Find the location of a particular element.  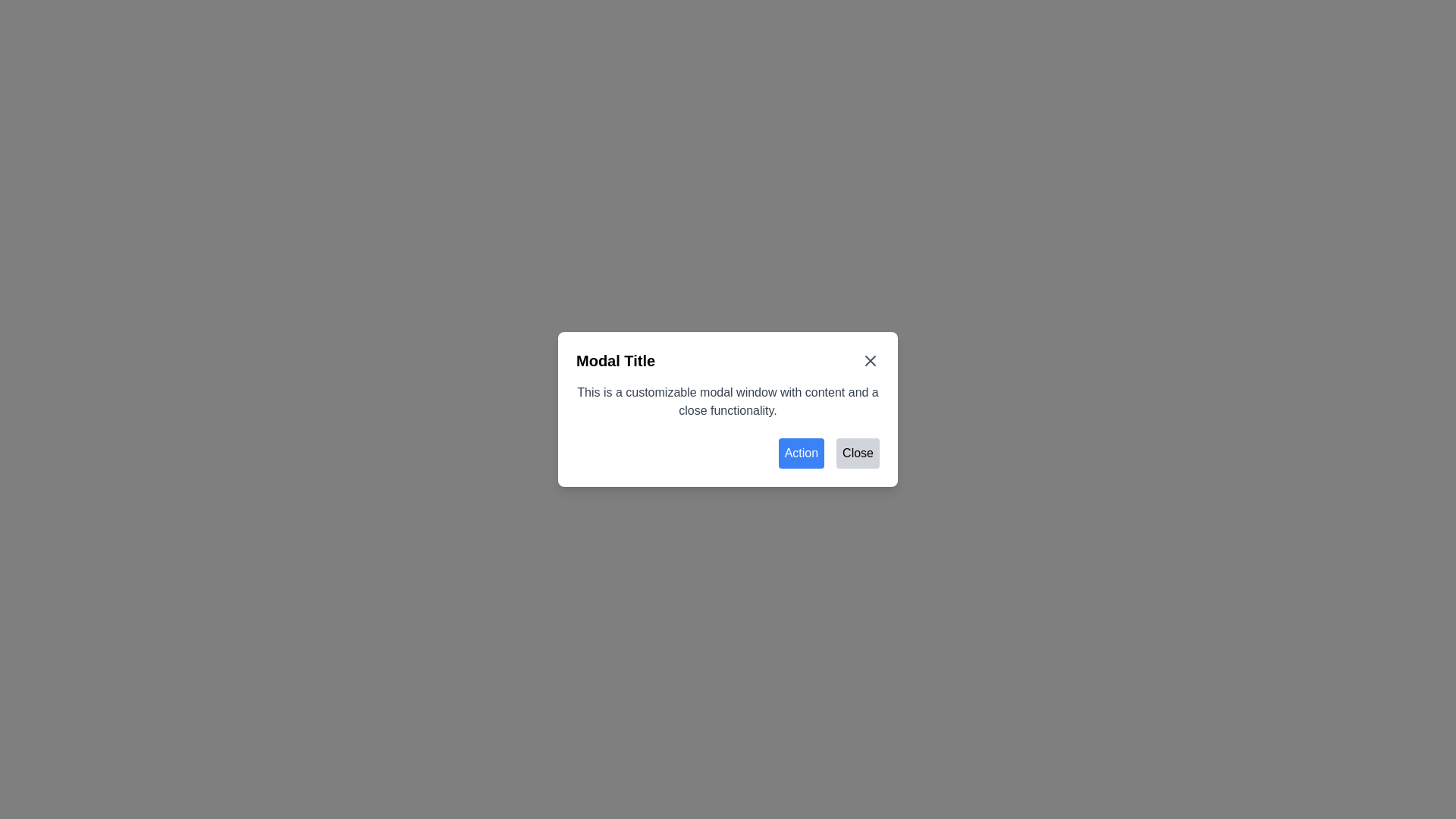

the descriptive text block that provides information about the modal's purpose, located below the title and above the action buttons is located at coordinates (728, 400).